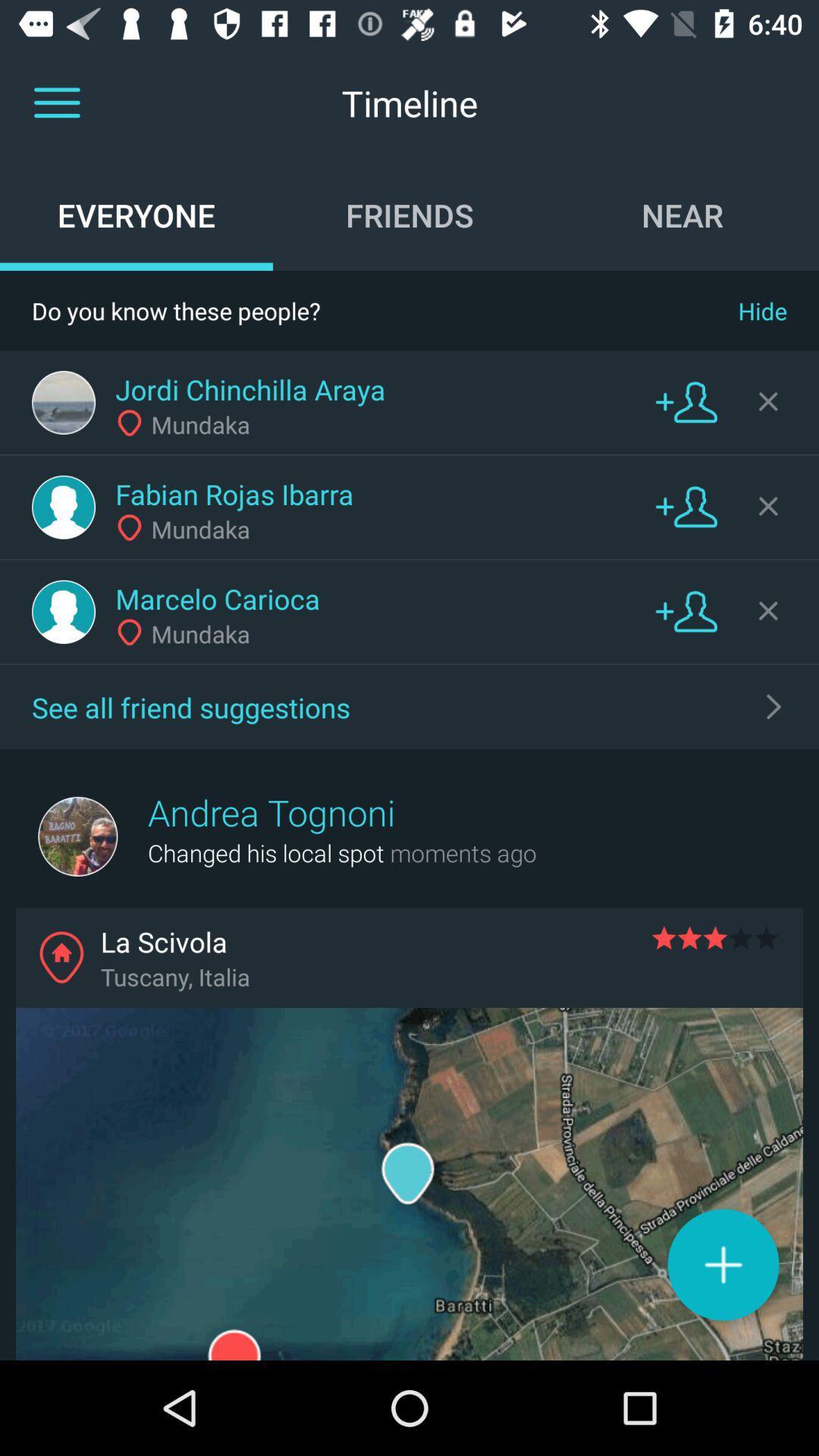 The image size is (819, 1456). Describe the element at coordinates (63, 403) in the screenshot. I see `profile` at that location.